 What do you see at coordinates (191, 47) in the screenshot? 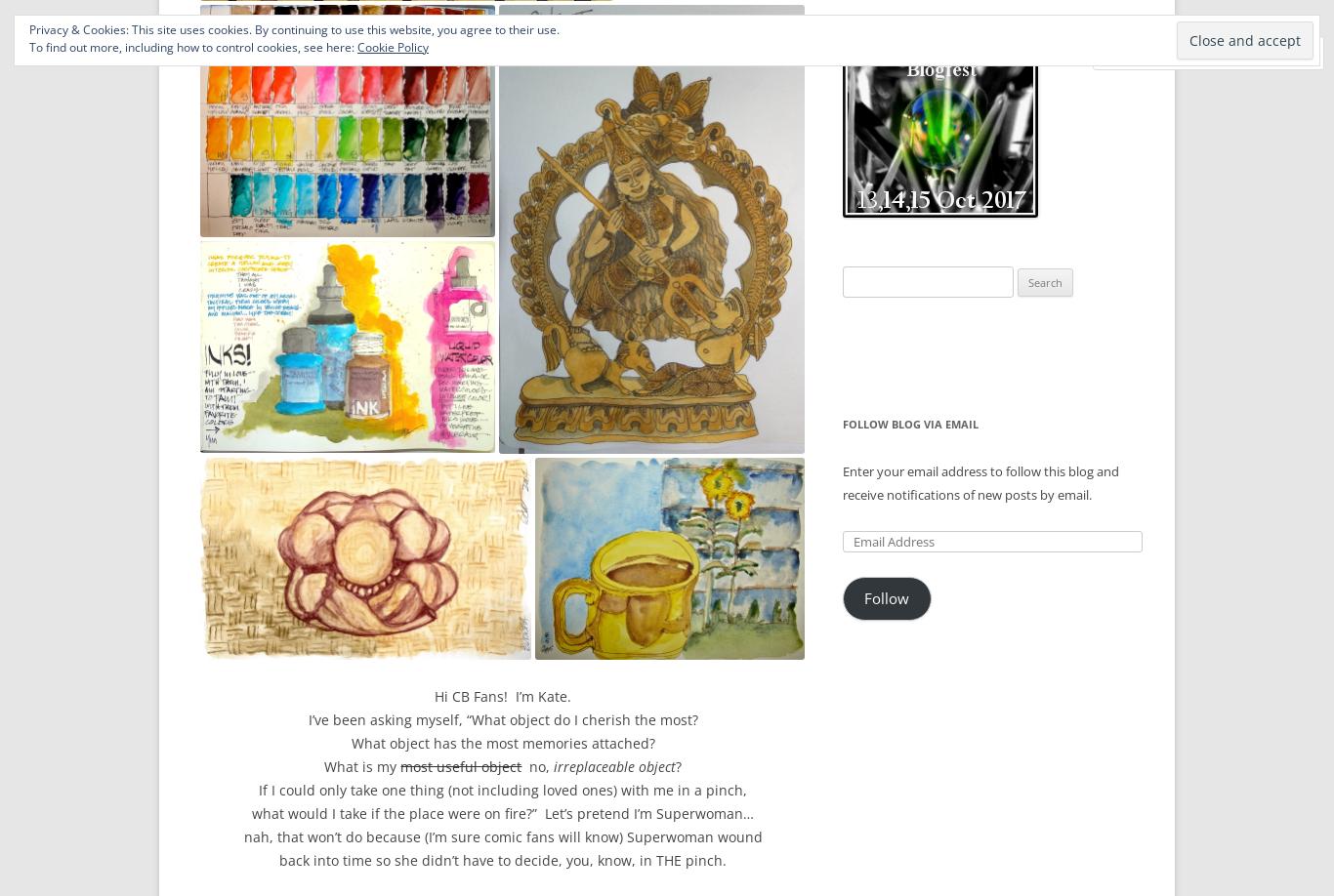
I see `'To find out more, including how to control cookies, see here:'` at bounding box center [191, 47].